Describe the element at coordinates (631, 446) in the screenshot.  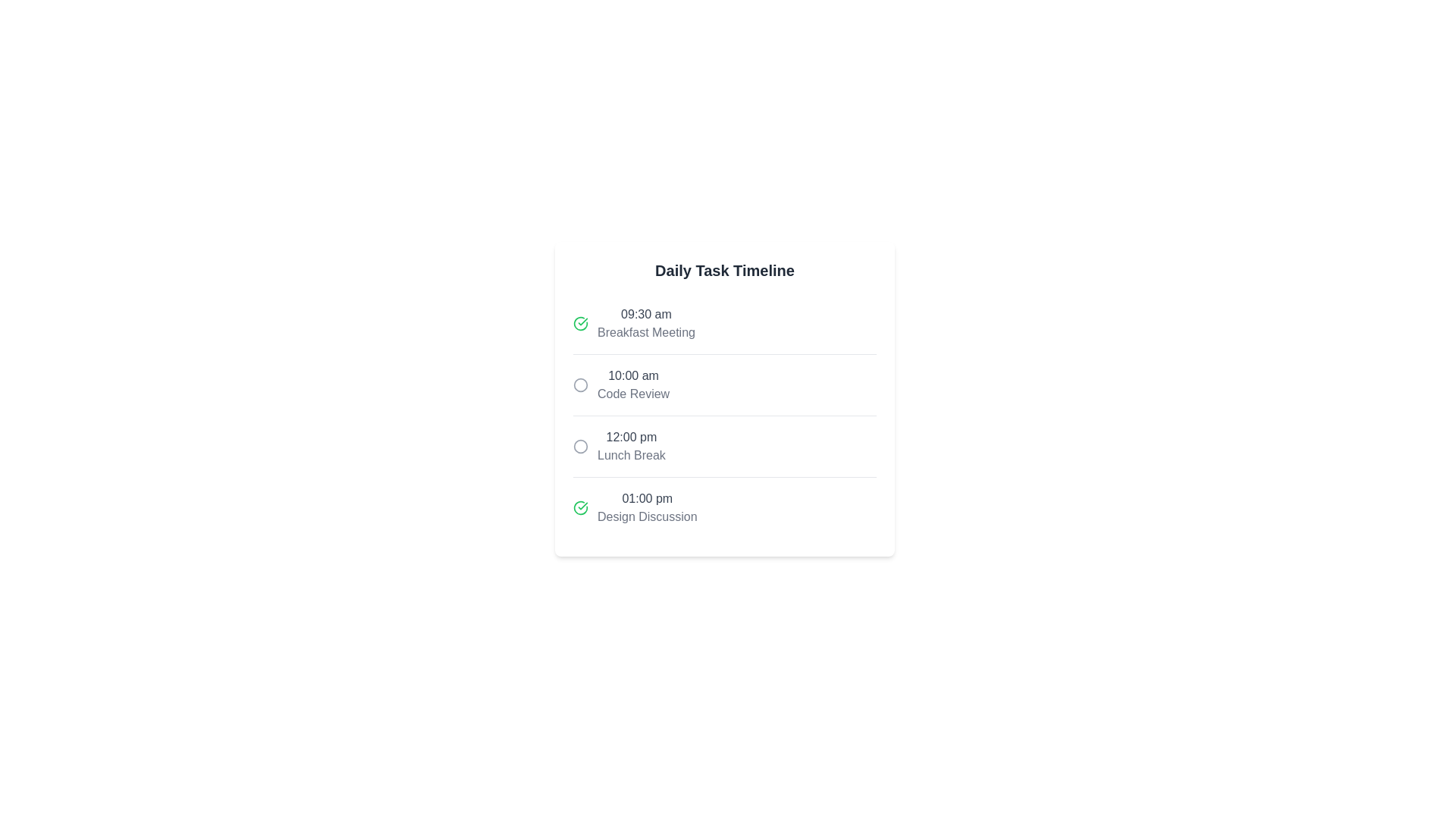
I see `the 'Lunch Break' text label indicating a scheduled event at 12:00 pm in the timeline of daily tasks, located between '10:00 am Code Review' and '01:00 pm Design Discussion'` at that location.